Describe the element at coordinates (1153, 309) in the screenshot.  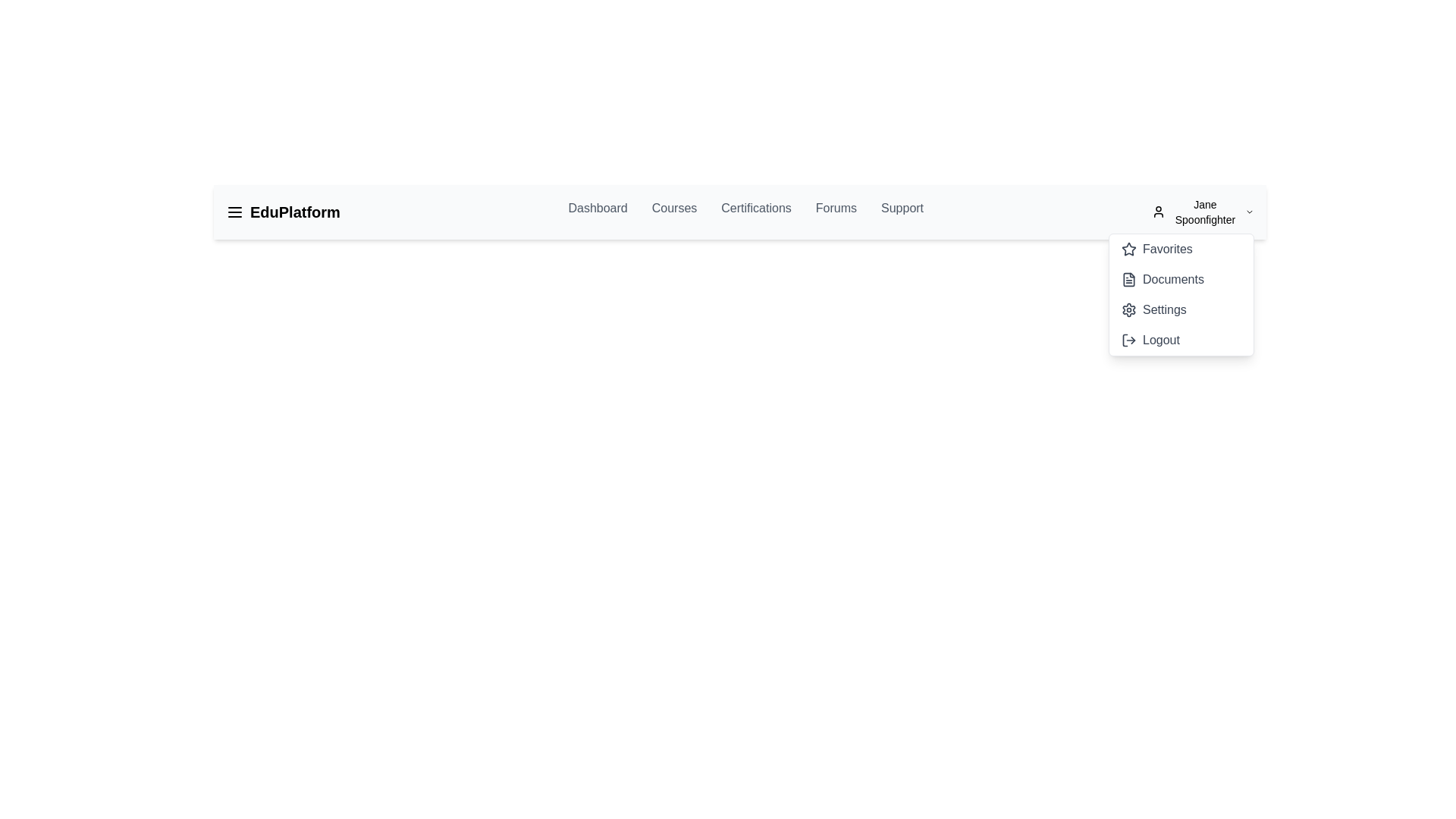
I see `the third item in the dropdown menu under 'Jane Spoonfighter'` at that location.